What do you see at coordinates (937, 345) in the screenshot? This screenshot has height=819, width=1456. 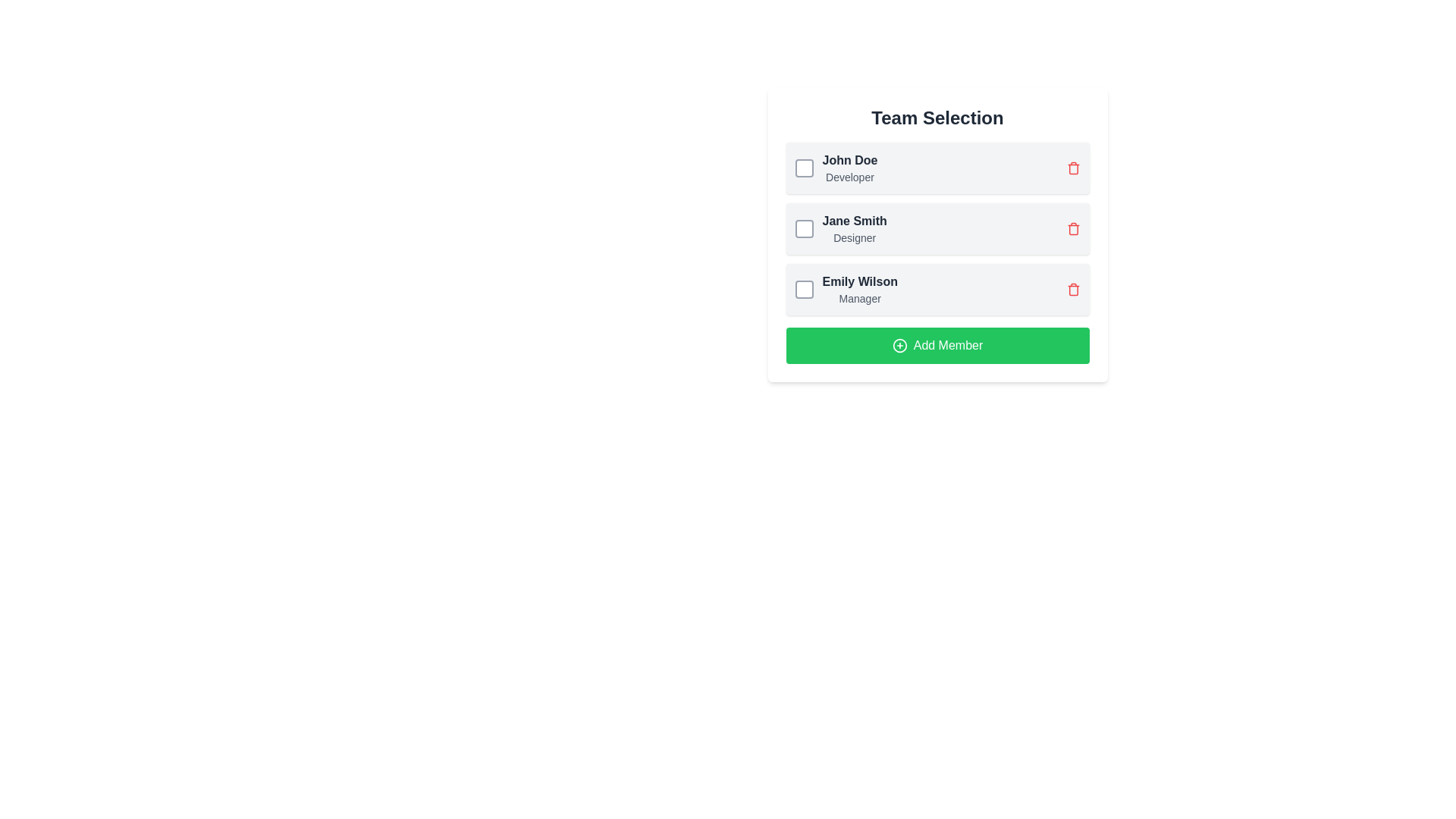 I see `the green 'Add Member' button with rounded corners and a circular plus icon, located at the bottom of the 'Team Selection' panel` at bounding box center [937, 345].